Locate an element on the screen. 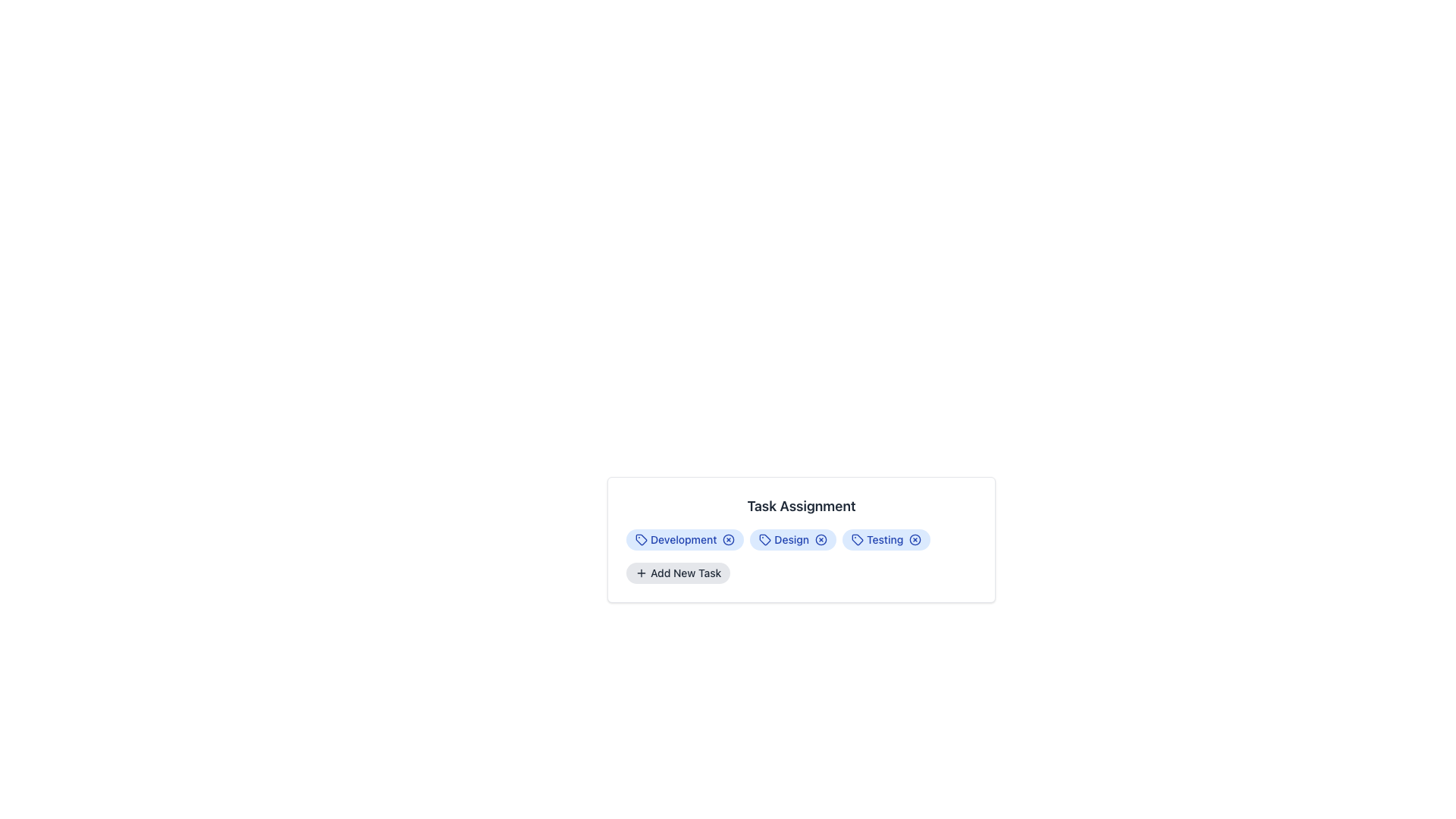  the tag-like SVG icon above the blue text labeled 'Design', which is contained within a button-like structure is located at coordinates (765, 539).